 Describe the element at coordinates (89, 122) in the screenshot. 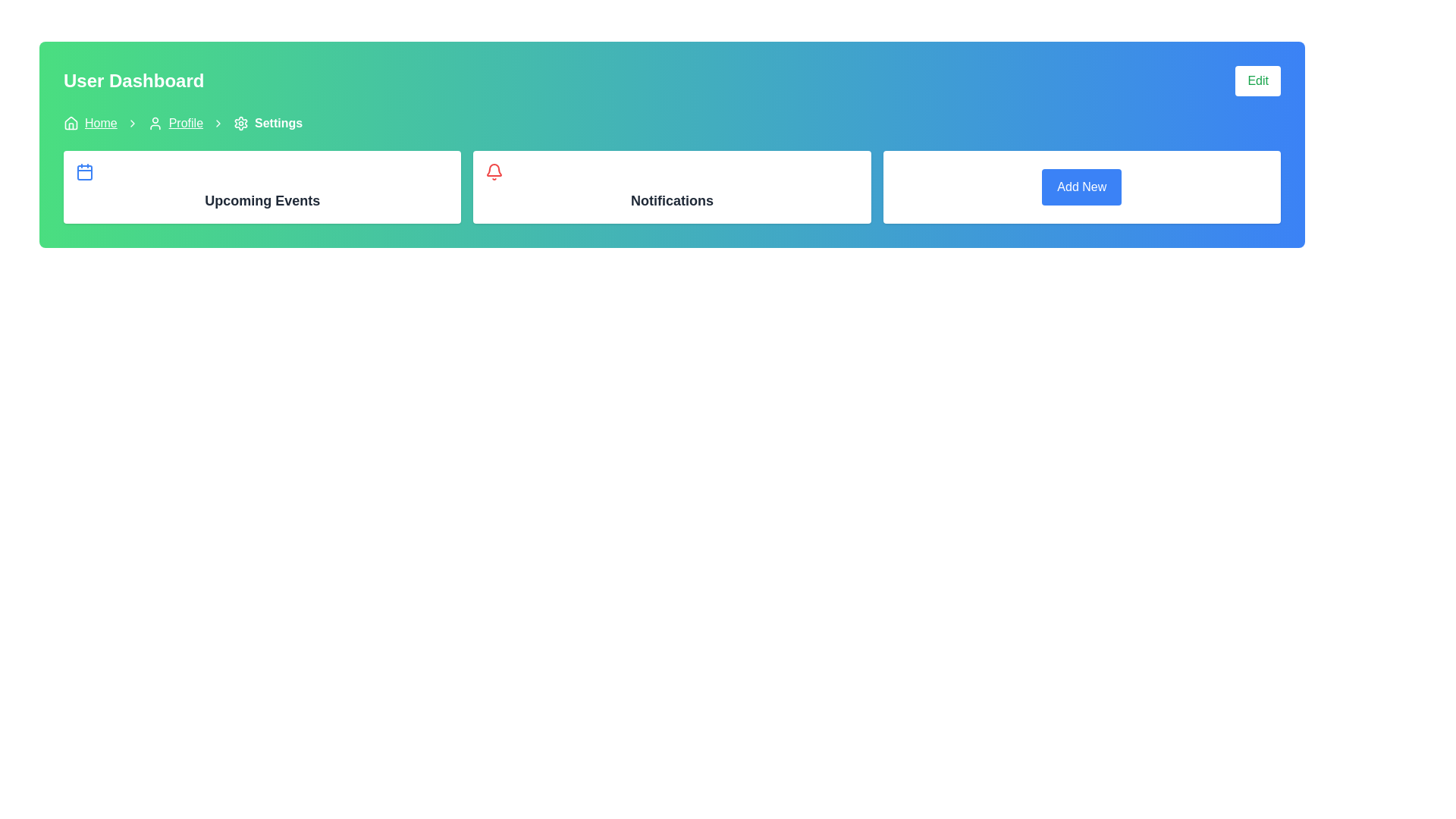

I see `the 'Home' link in the breadcrumb navigation` at that location.